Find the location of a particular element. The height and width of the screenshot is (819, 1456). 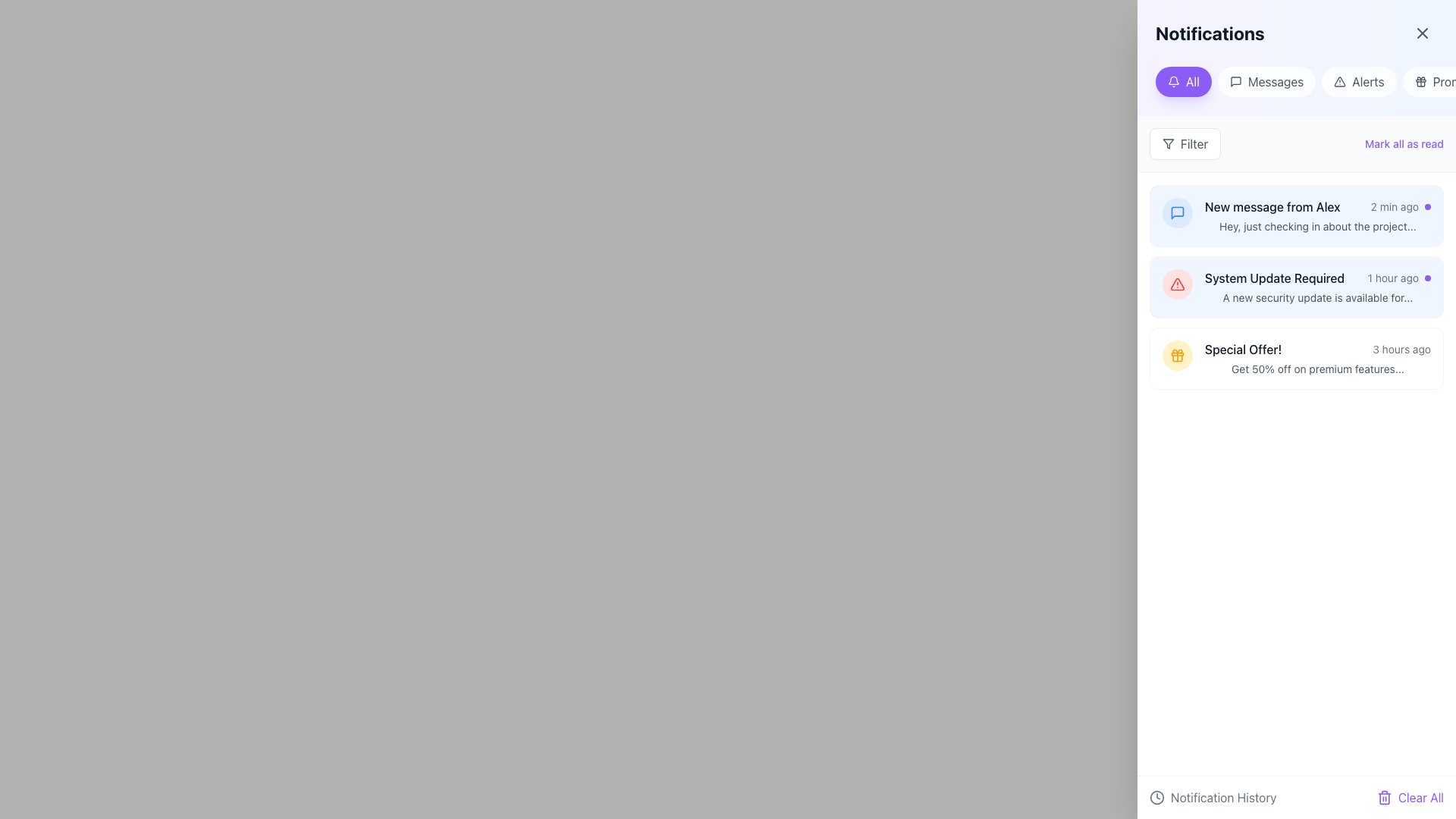

the 'Filter' button, which features a light background, subtle border, a filter funnel icon, and is located to the left of the 'Mark all as read' link in the notification panel is located at coordinates (1185, 143).